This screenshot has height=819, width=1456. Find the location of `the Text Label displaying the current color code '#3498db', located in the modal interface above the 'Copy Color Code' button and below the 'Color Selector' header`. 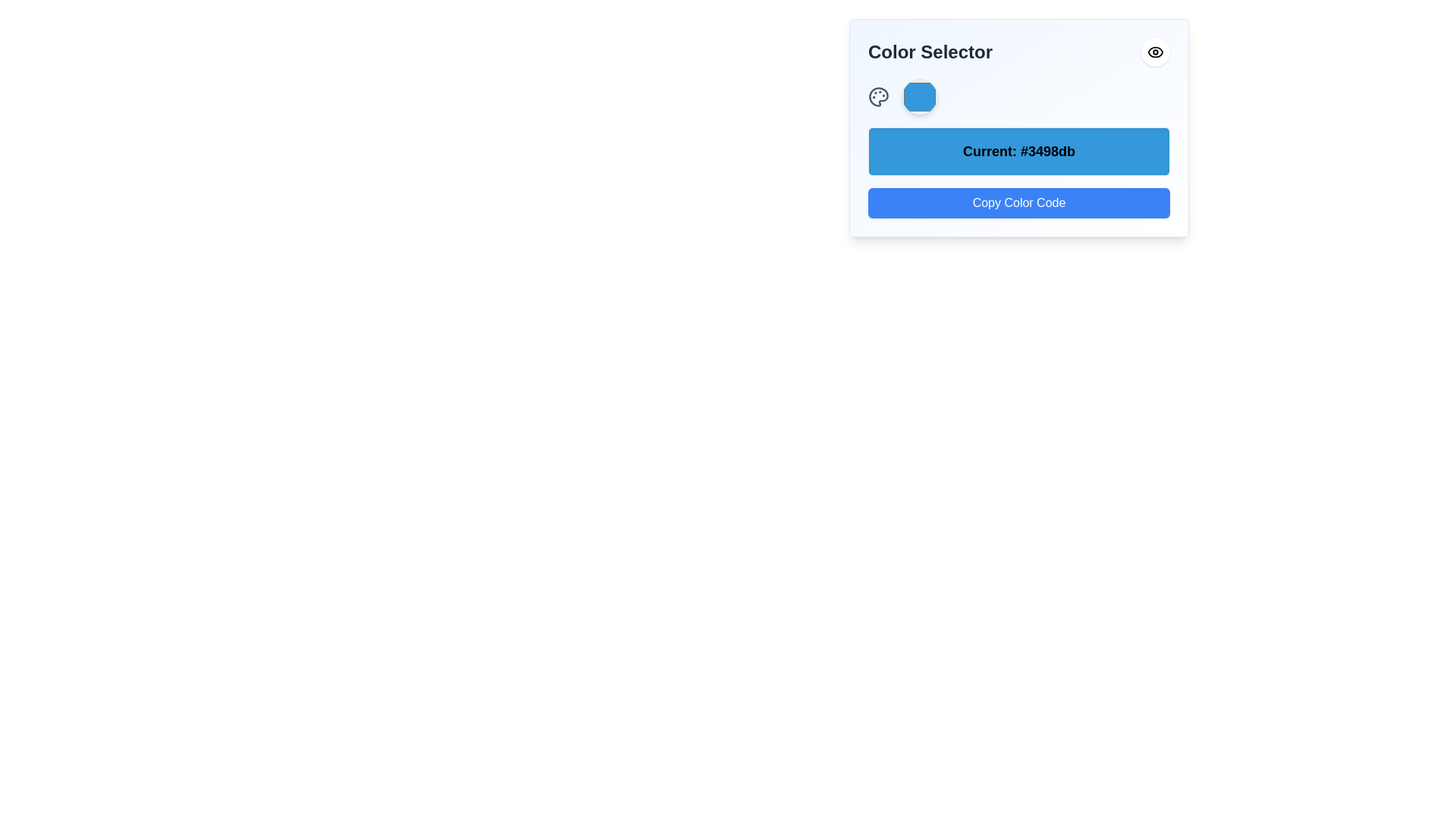

the Text Label displaying the current color code '#3498db', located in the modal interface above the 'Copy Color Code' button and below the 'Color Selector' header is located at coordinates (1019, 152).